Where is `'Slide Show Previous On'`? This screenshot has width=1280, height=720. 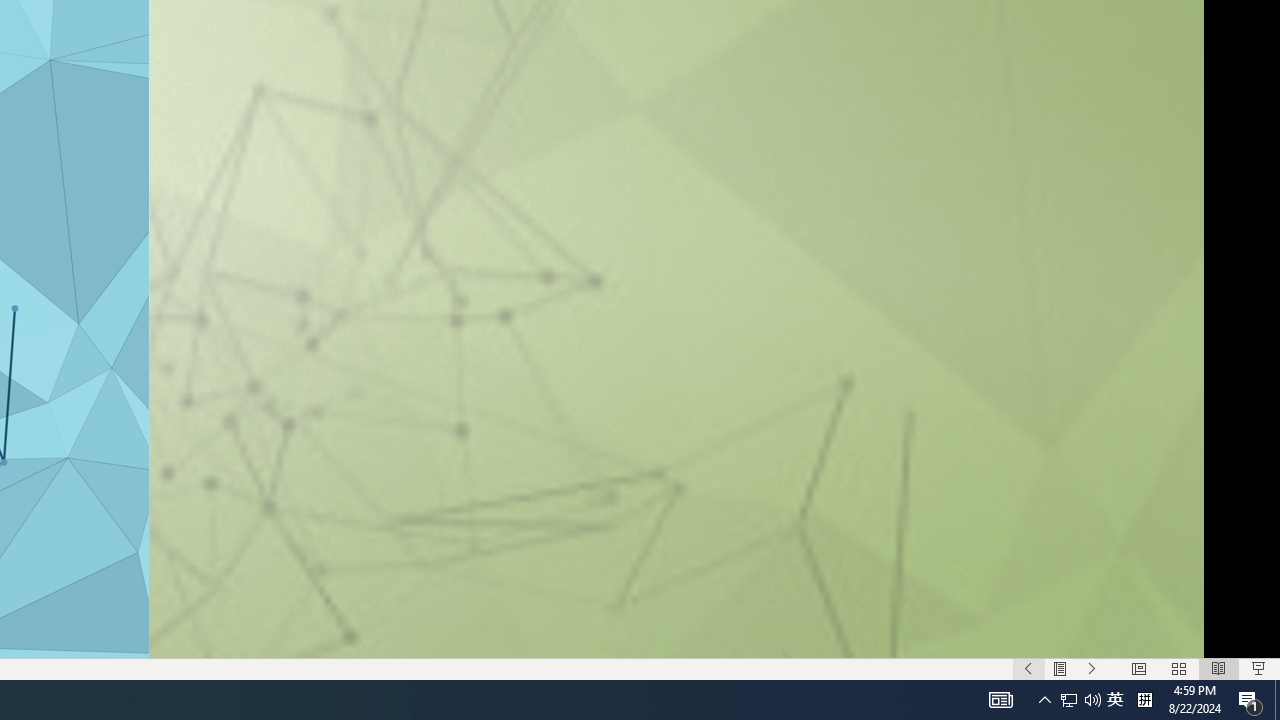 'Slide Show Previous On' is located at coordinates (1028, 669).